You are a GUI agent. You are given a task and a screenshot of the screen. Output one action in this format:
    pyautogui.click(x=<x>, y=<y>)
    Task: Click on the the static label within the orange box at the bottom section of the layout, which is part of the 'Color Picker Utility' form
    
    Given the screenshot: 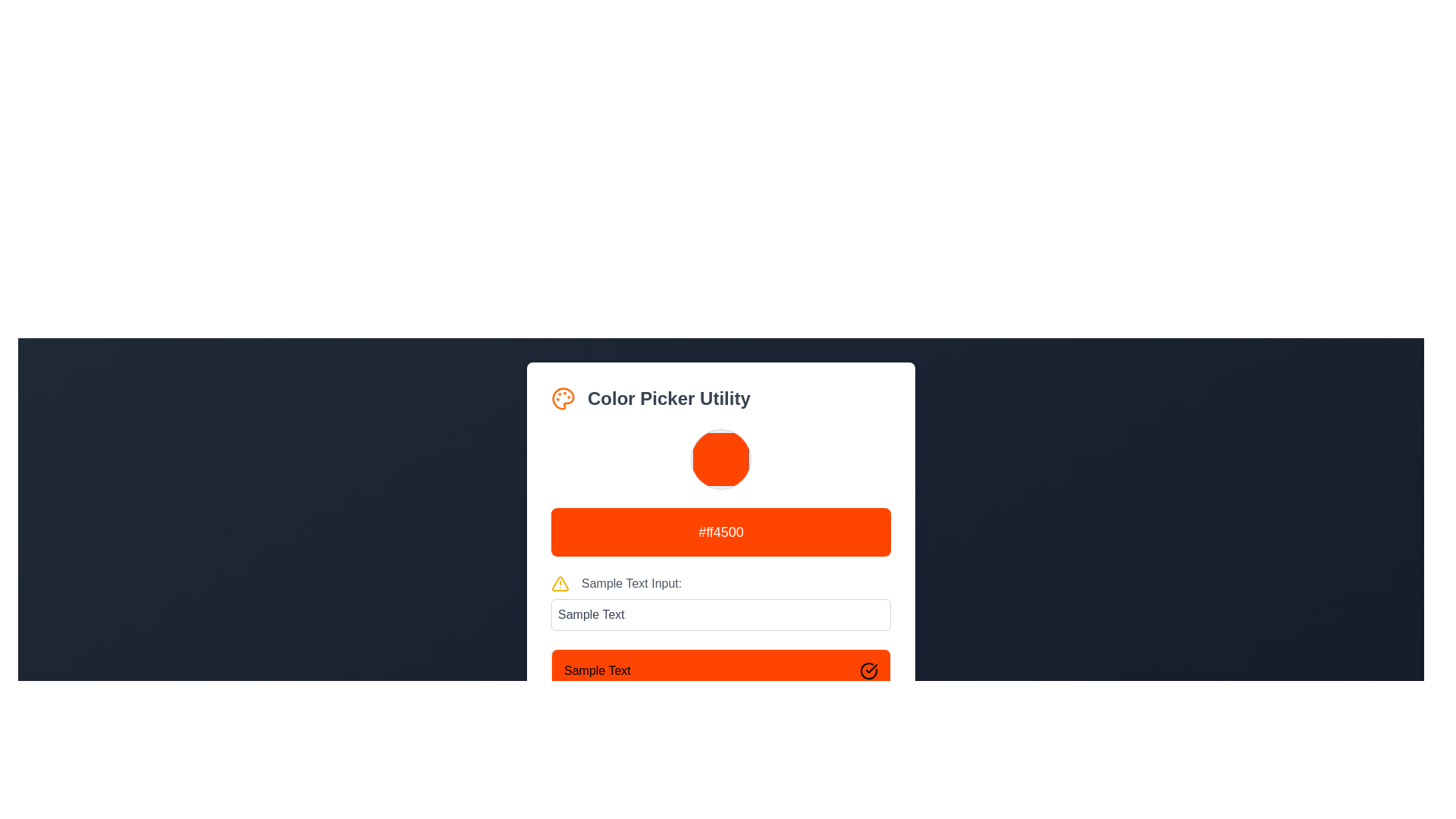 What is the action you would take?
    pyautogui.click(x=596, y=670)
    